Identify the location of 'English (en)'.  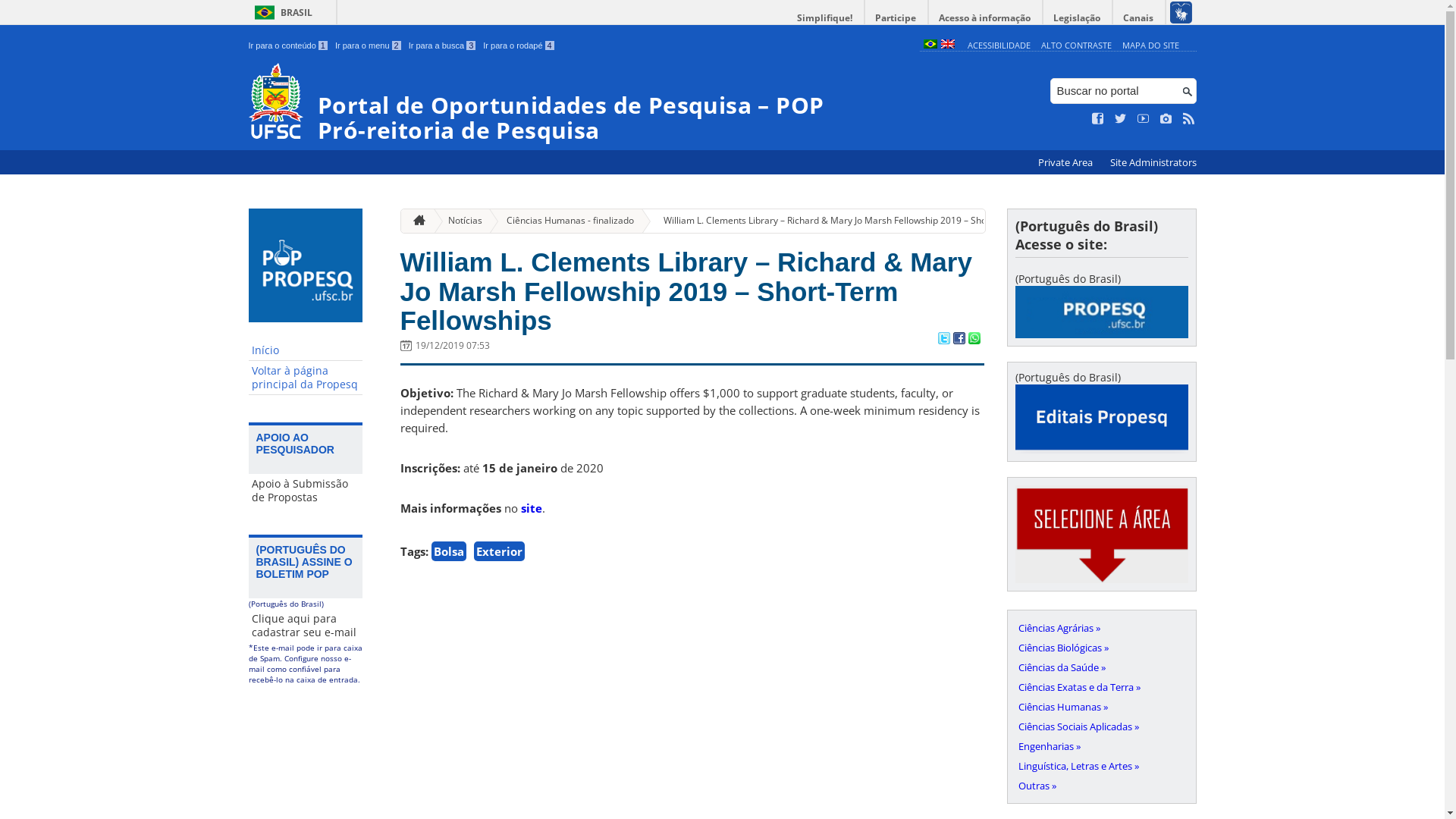
(946, 44).